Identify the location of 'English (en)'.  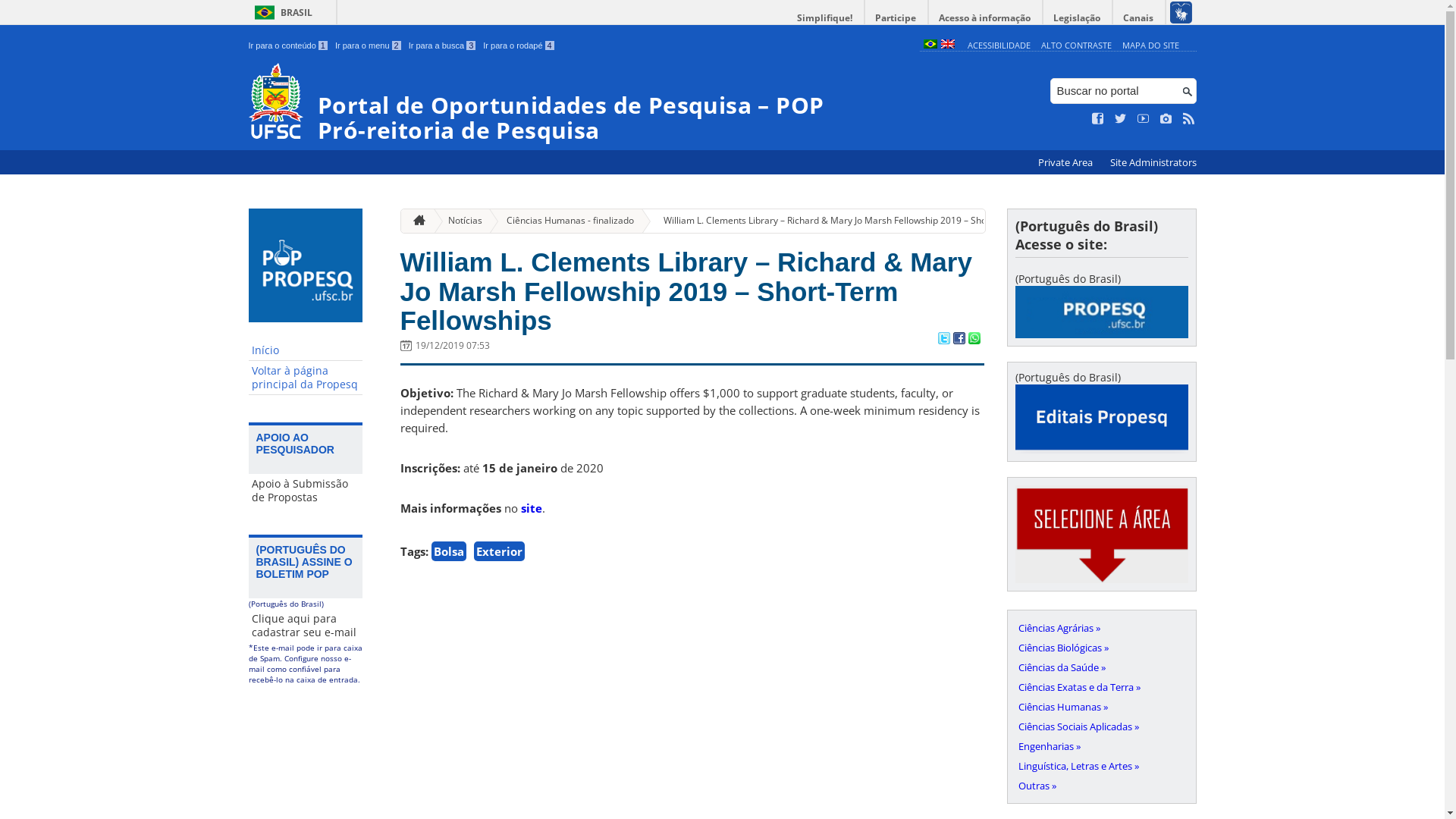
(946, 44).